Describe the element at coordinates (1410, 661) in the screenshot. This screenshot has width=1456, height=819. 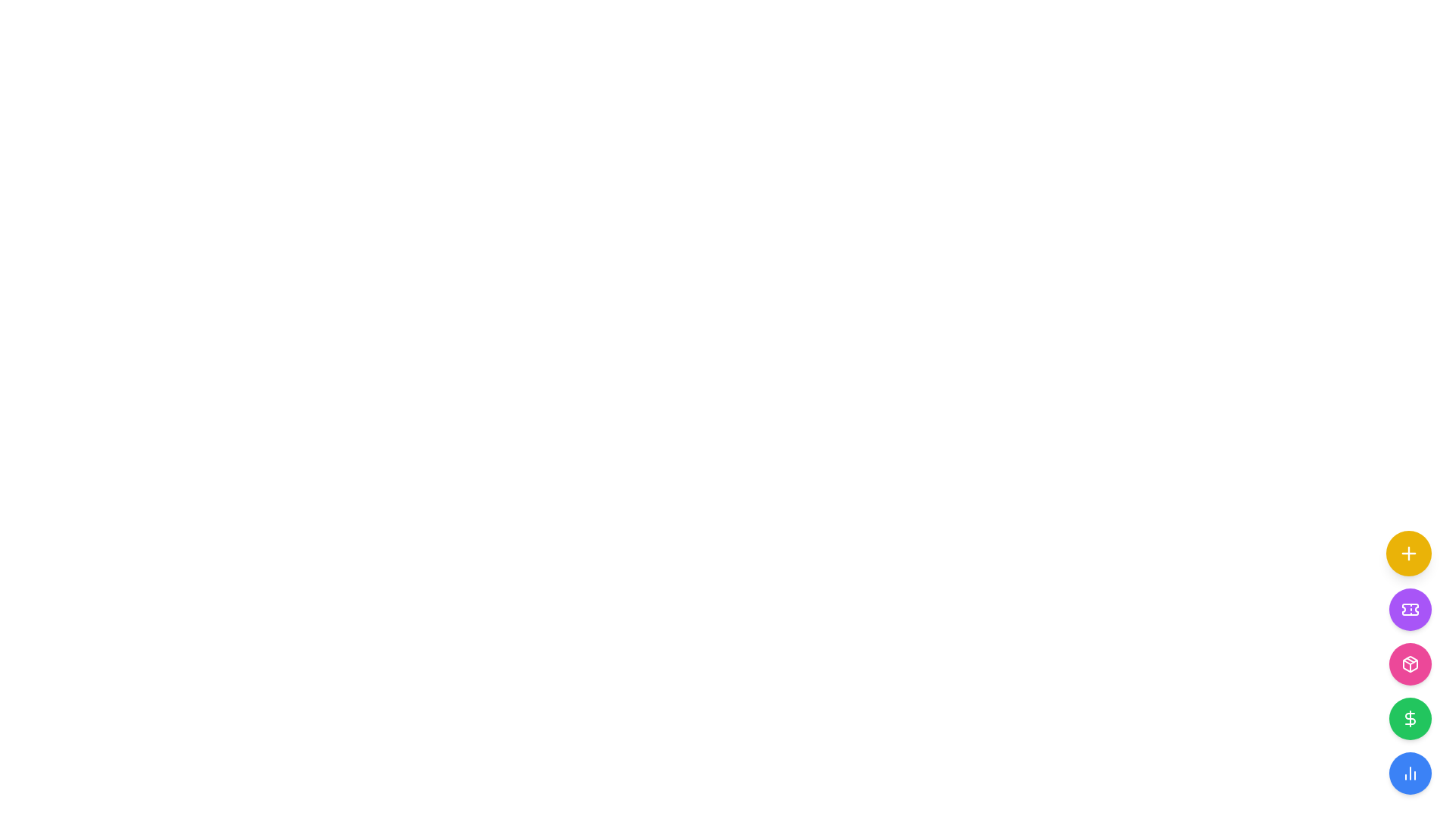
I see `the package icon by clicking on the graphical icon element located towards the central lower area of the icon's graphics` at that location.